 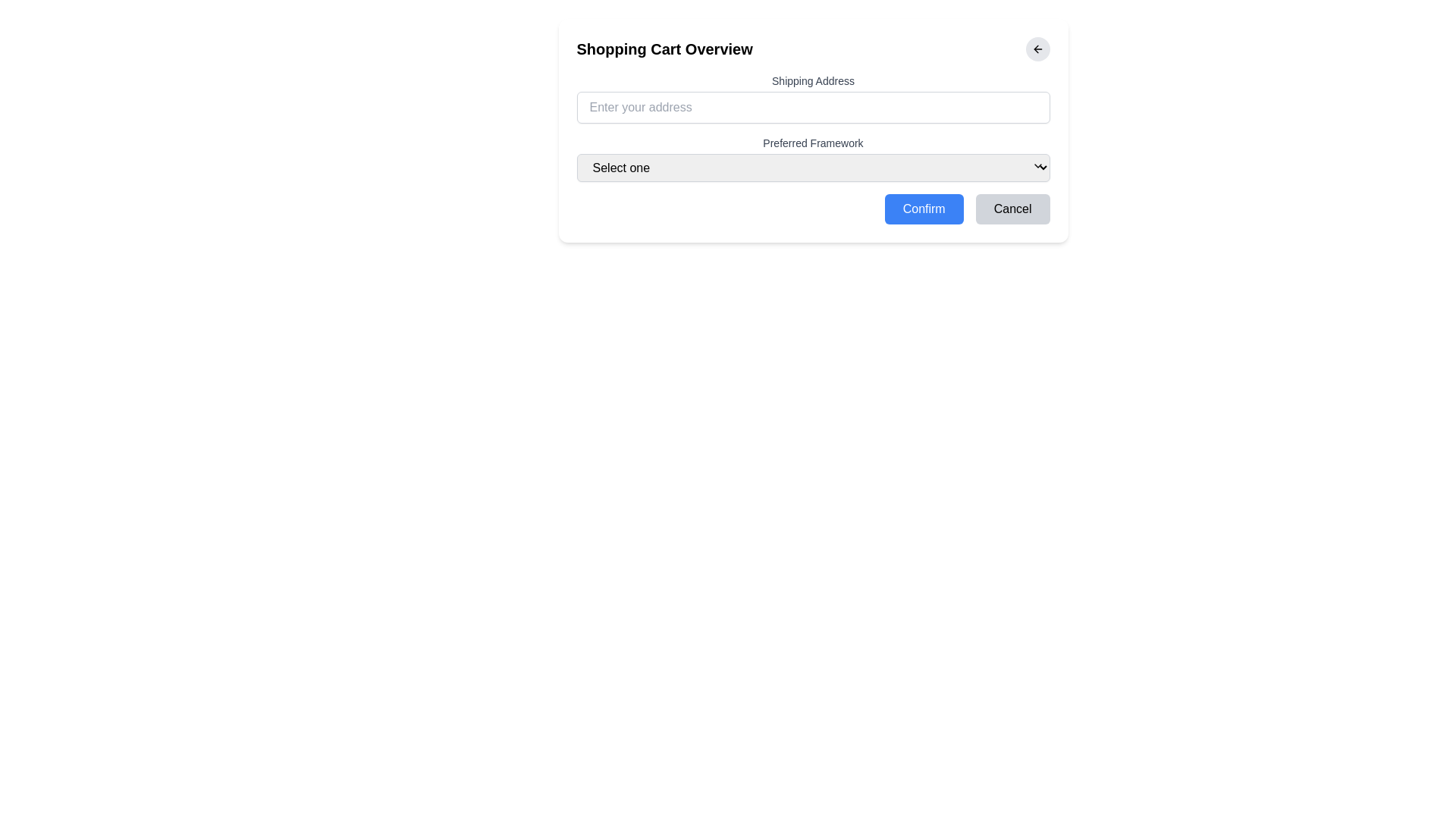 What do you see at coordinates (812, 158) in the screenshot?
I see `the Dropdown Menu located below the 'Shipping Address' section` at bounding box center [812, 158].